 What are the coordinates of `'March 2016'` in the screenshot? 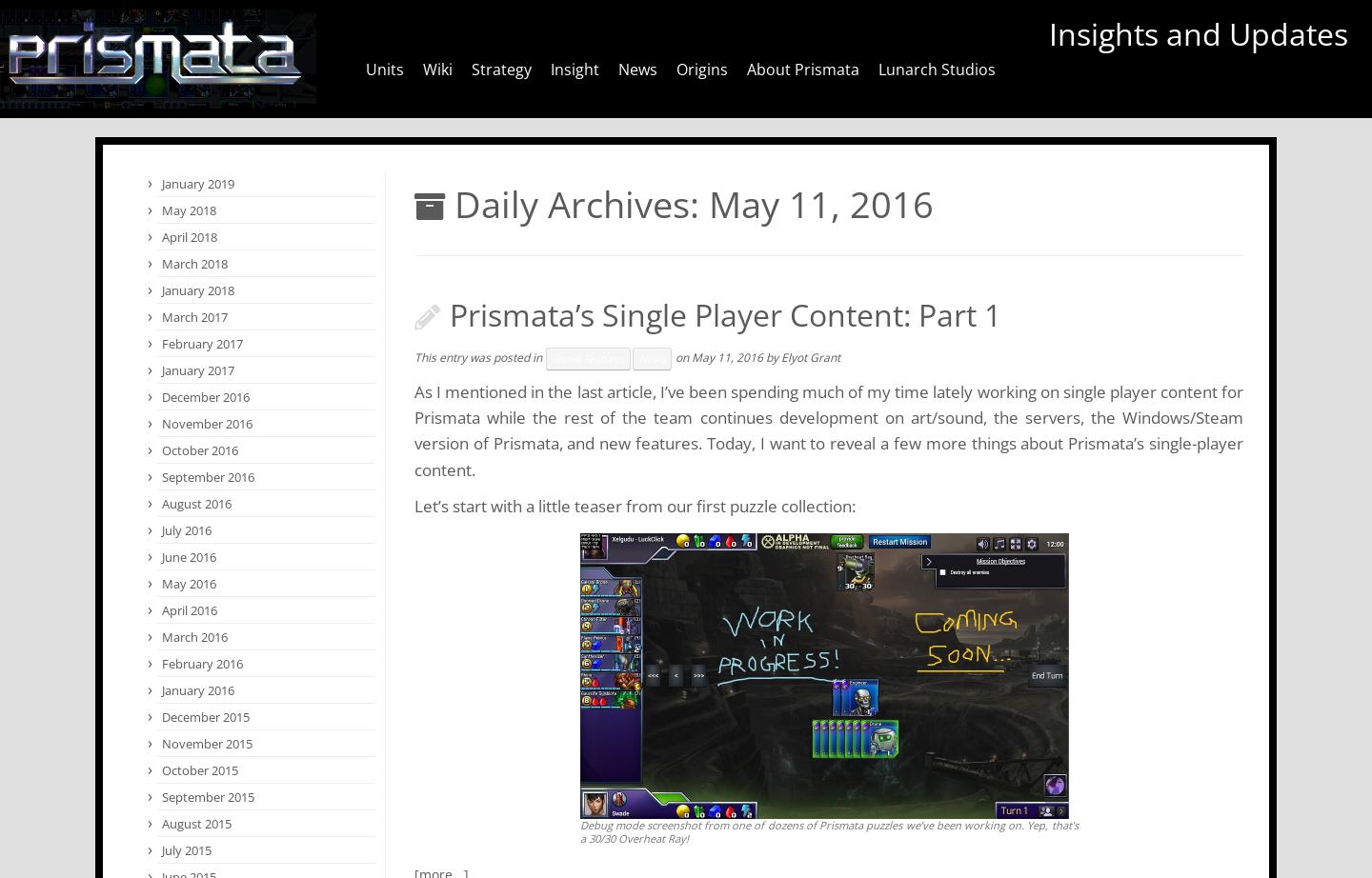 It's located at (194, 637).